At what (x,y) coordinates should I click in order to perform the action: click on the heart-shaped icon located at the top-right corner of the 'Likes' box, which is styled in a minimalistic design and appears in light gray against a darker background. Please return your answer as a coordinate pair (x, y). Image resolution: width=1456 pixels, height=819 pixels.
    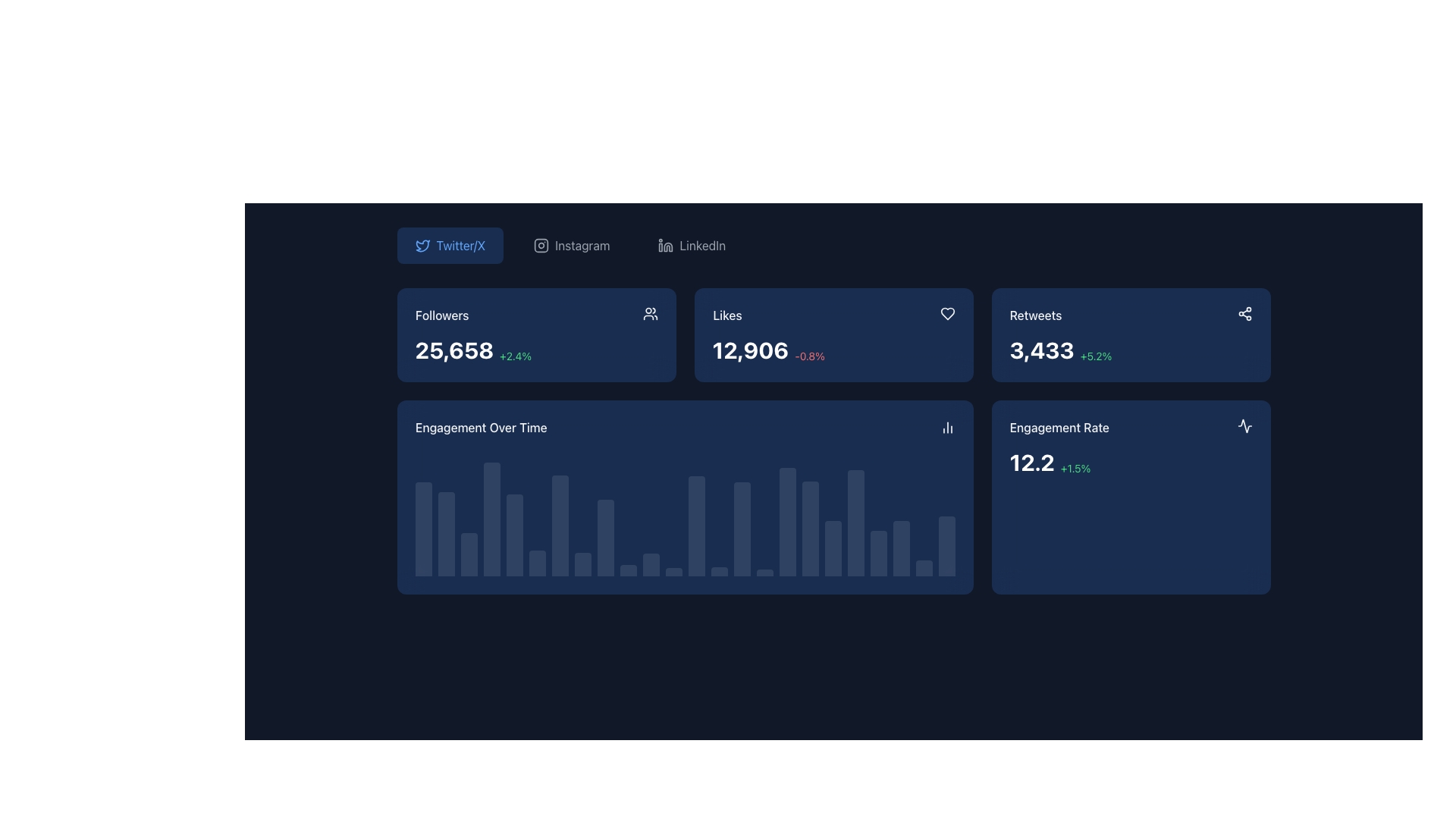
    Looking at the image, I should click on (946, 312).